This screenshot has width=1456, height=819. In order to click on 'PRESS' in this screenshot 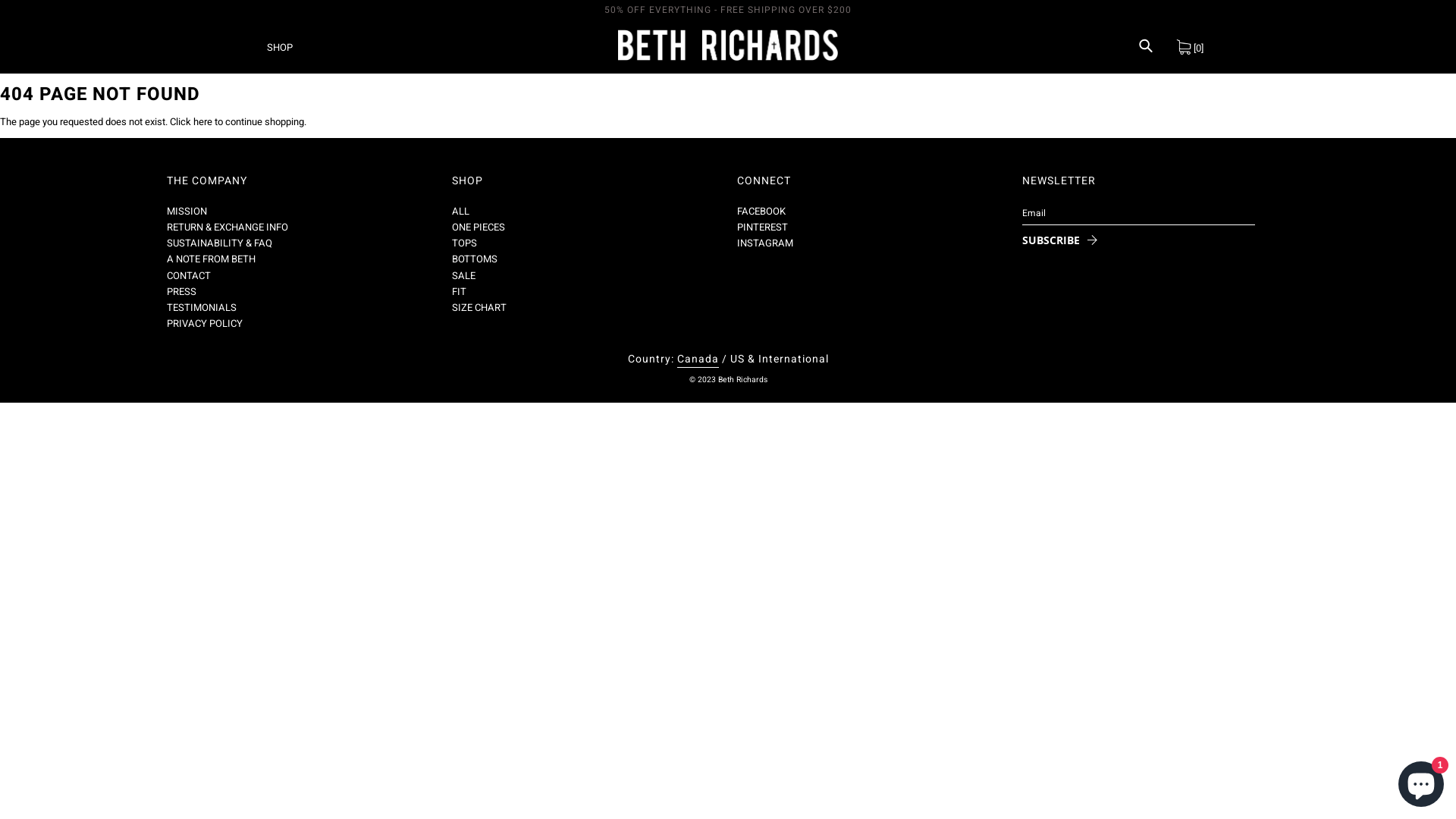, I will do `click(181, 291)`.